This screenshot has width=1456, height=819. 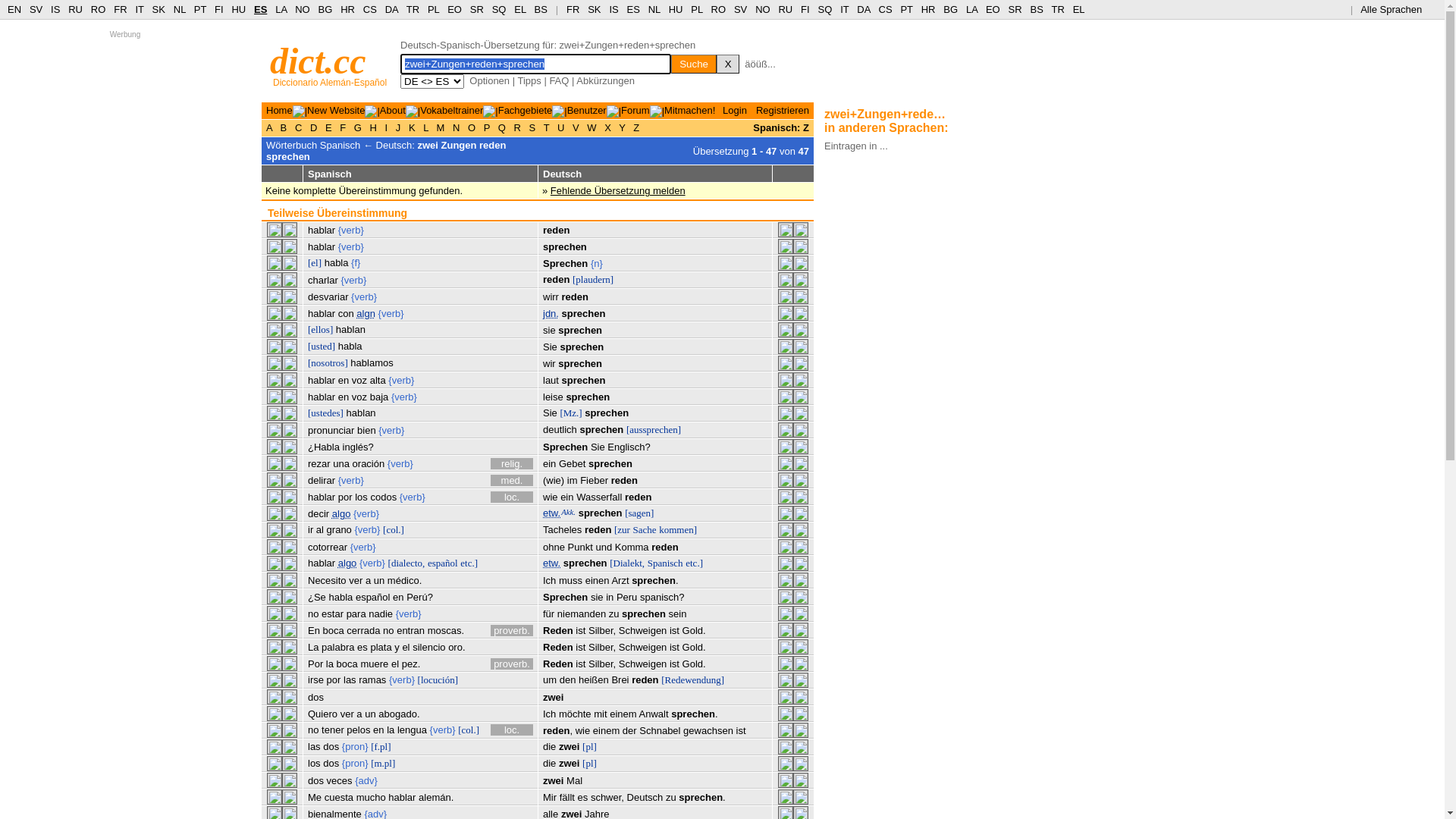 I want to click on 'Vokabeltrainer', so click(x=450, y=109).